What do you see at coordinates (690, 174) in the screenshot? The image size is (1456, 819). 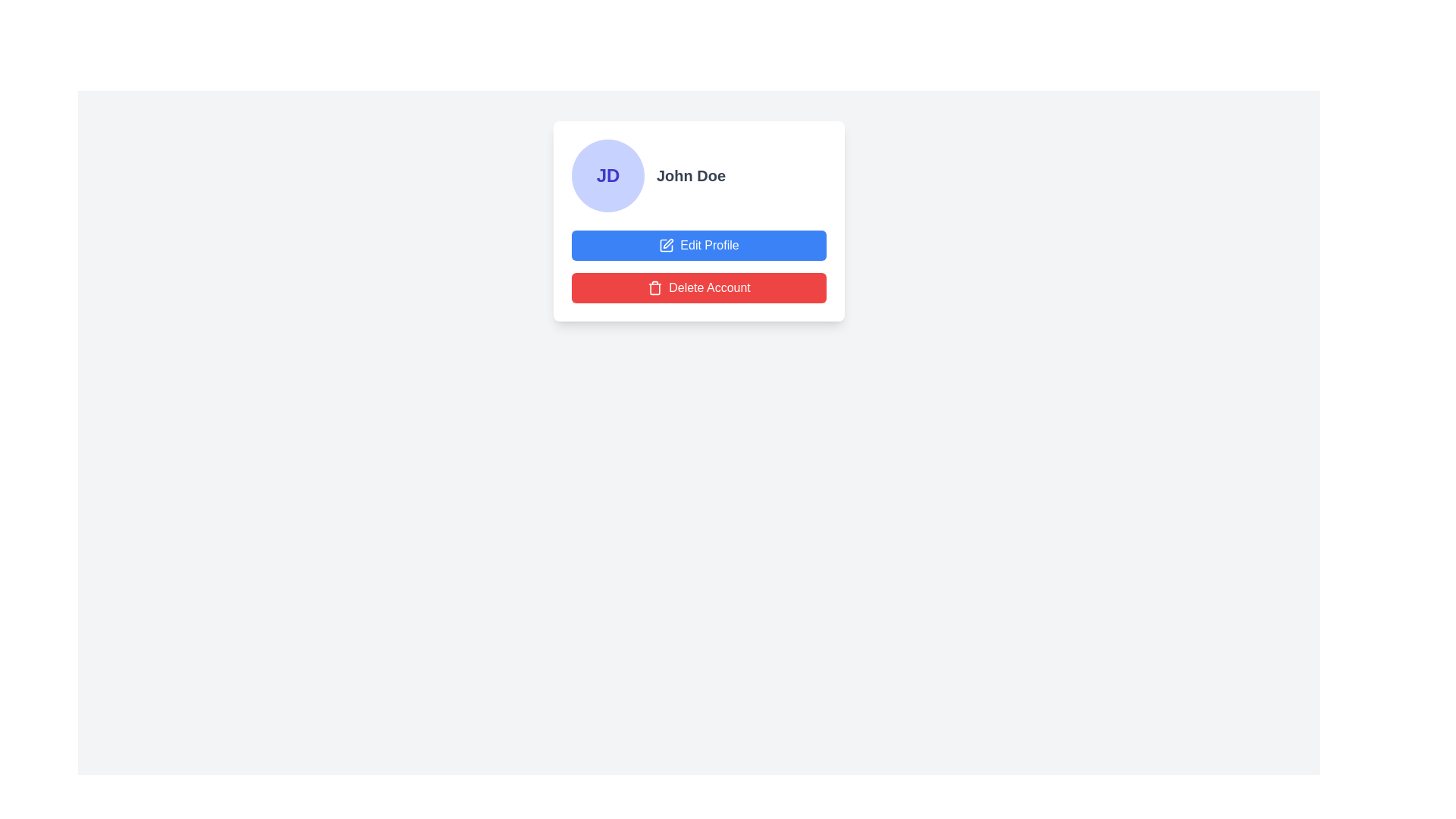 I see `the static text label that displays the user's name, located in the upper-right section of the profile card, adjacent to the avatar labeled 'JD'` at bounding box center [690, 174].